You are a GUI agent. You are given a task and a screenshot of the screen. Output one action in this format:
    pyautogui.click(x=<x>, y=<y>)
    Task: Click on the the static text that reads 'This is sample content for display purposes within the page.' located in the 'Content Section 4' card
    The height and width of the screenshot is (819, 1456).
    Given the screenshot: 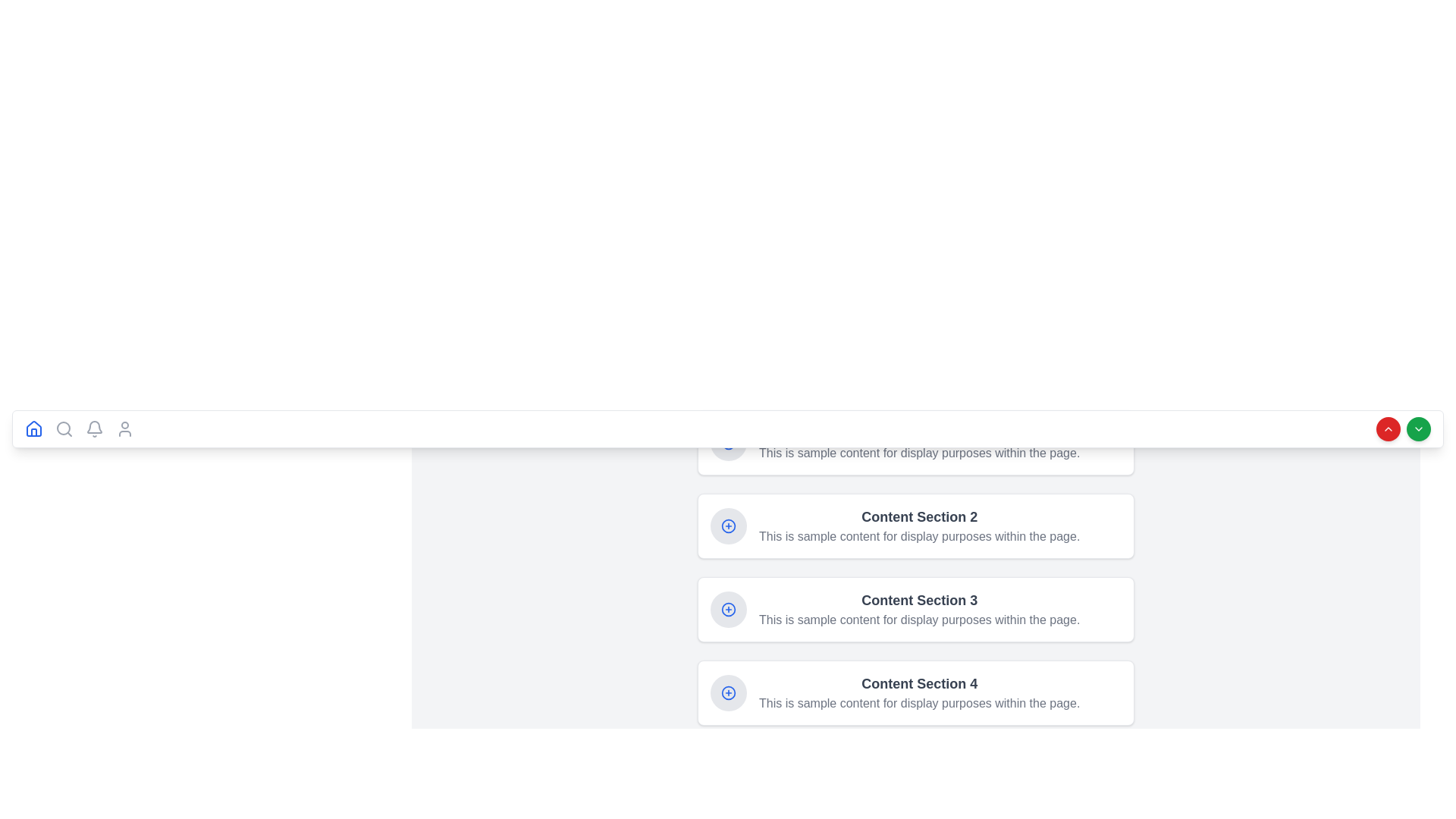 What is the action you would take?
    pyautogui.click(x=918, y=704)
    